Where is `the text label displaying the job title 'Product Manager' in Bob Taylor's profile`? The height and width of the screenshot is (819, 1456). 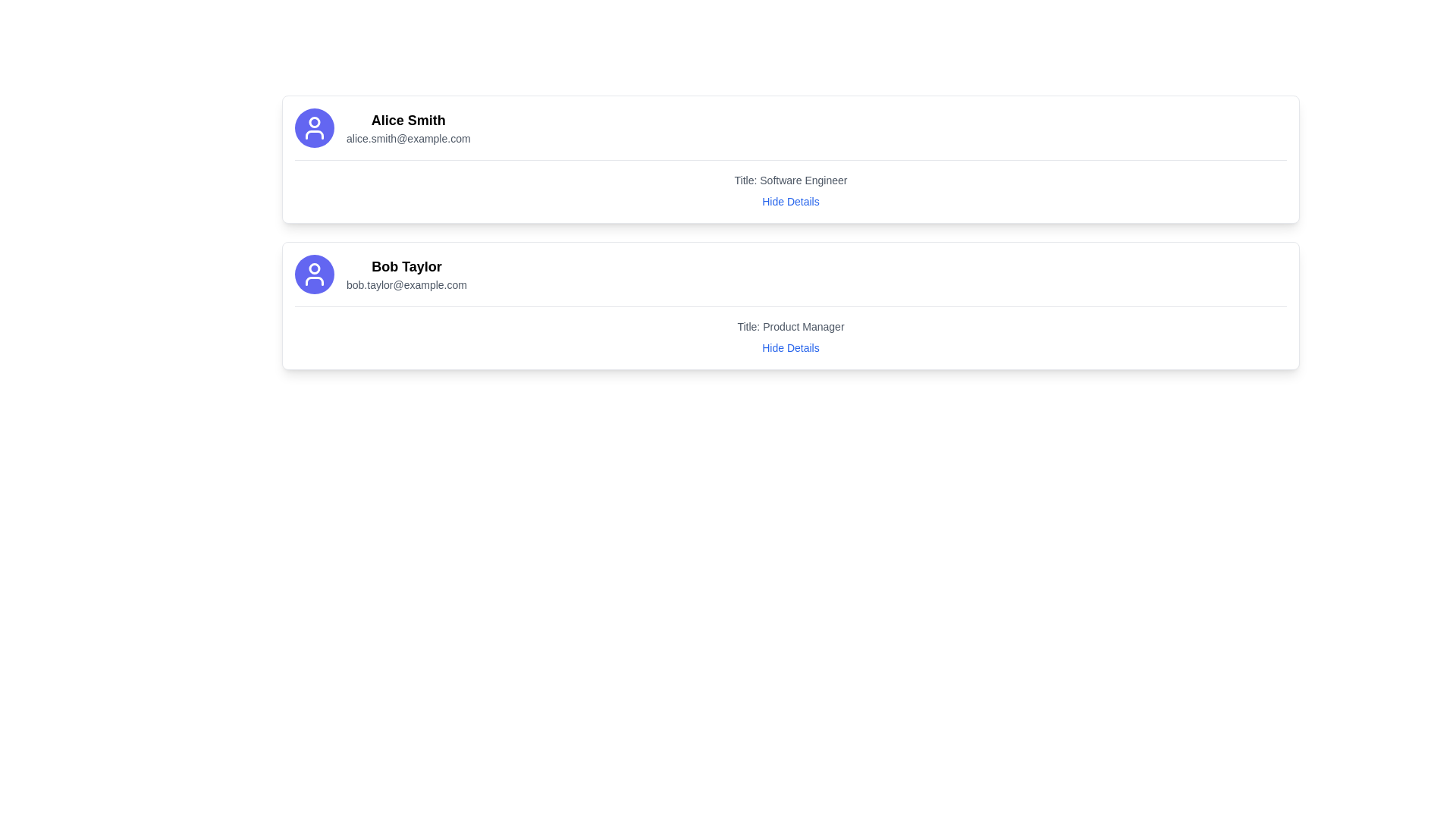 the text label displaying the job title 'Product Manager' in Bob Taylor's profile is located at coordinates (789, 326).